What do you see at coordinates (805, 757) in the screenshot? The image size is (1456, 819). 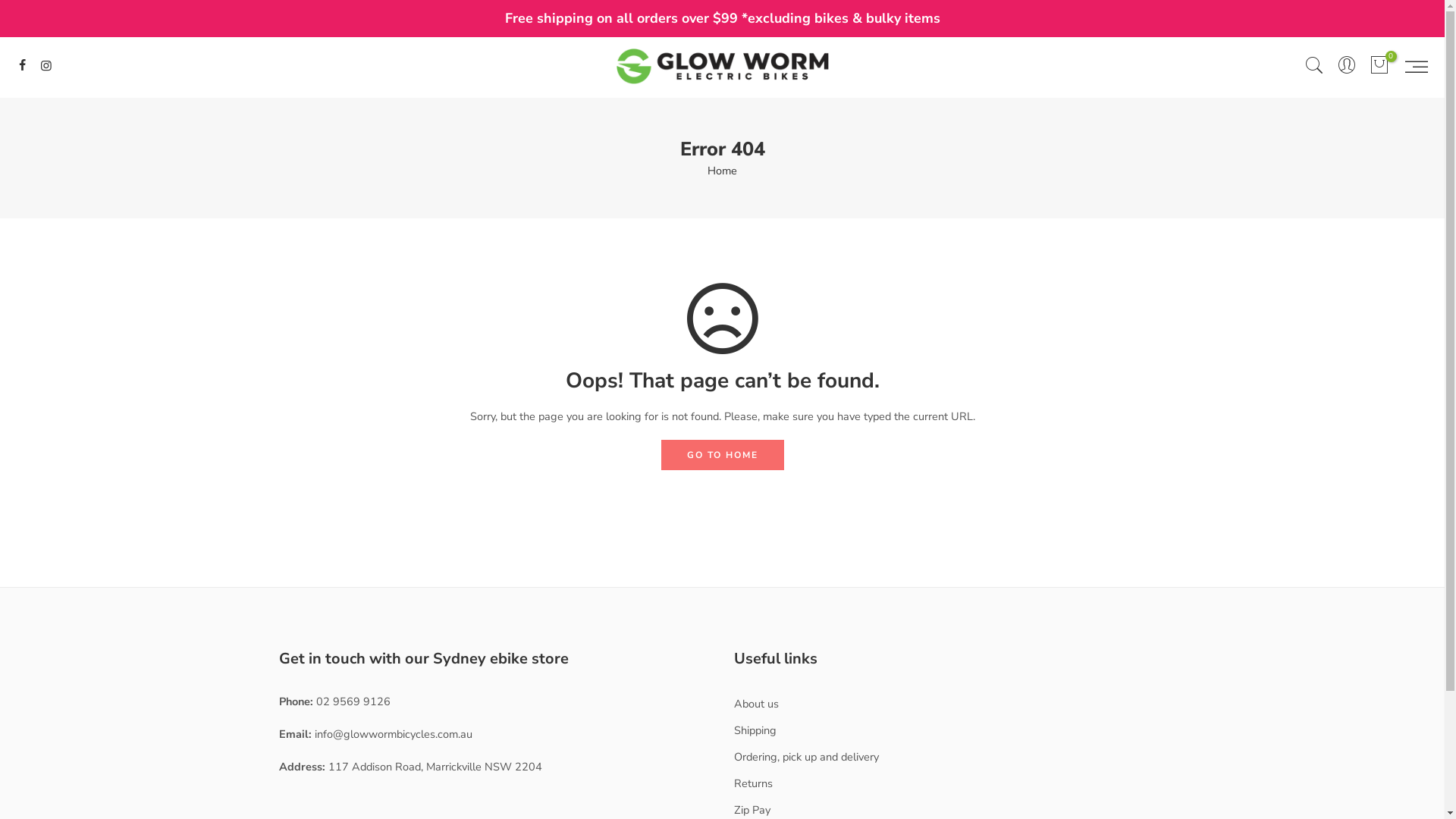 I see `'Ordering, pick up and delivery'` at bounding box center [805, 757].